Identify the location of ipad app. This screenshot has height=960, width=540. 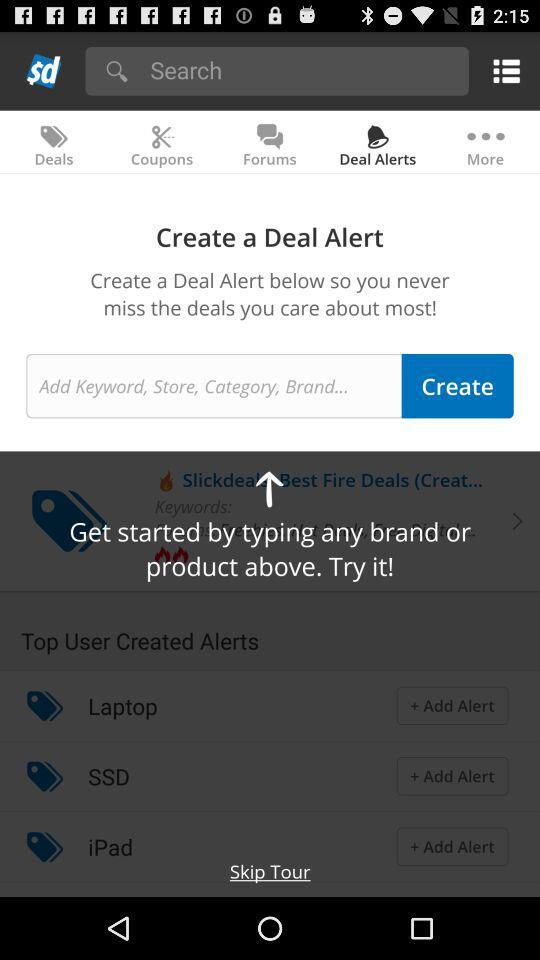
(110, 845).